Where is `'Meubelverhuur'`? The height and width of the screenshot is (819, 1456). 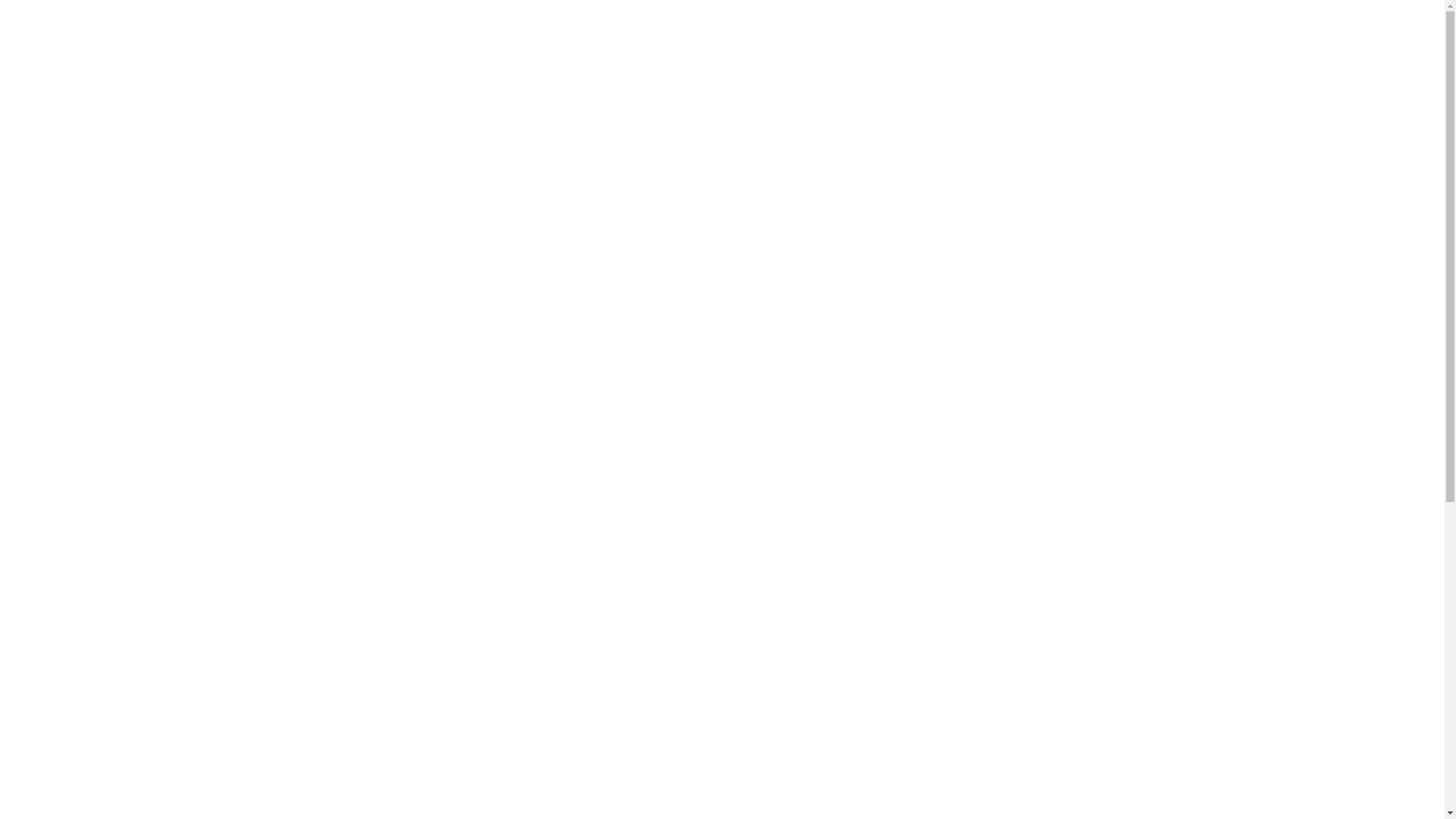 'Meubelverhuur' is located at coordinates (360, 40).